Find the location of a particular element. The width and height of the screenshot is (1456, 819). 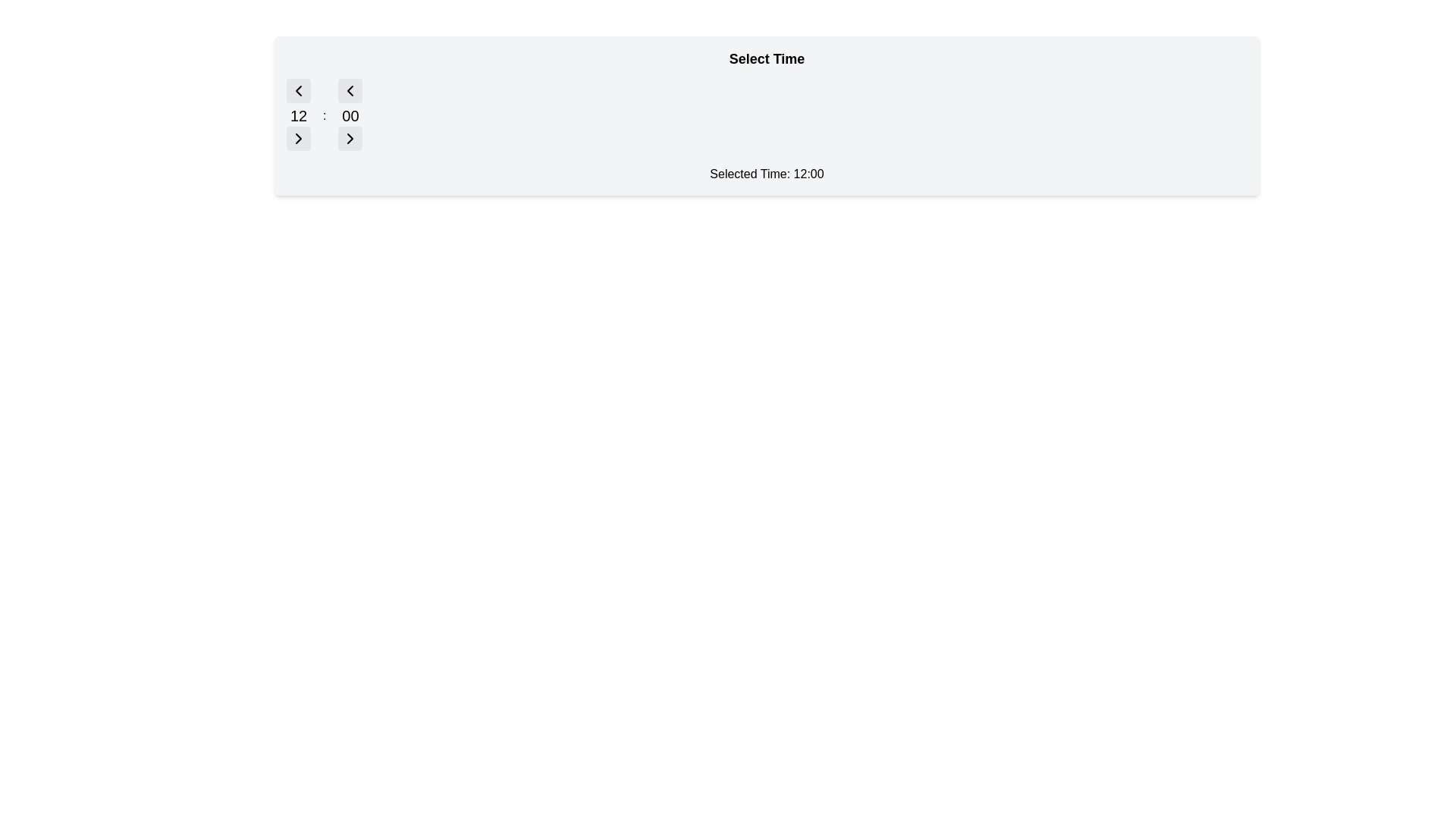

the Text Label displaying the number '12' in bold text, which is centrally aligned within the time-selection widget located in the top-left section of the interface is located at coordinates (298, 115).